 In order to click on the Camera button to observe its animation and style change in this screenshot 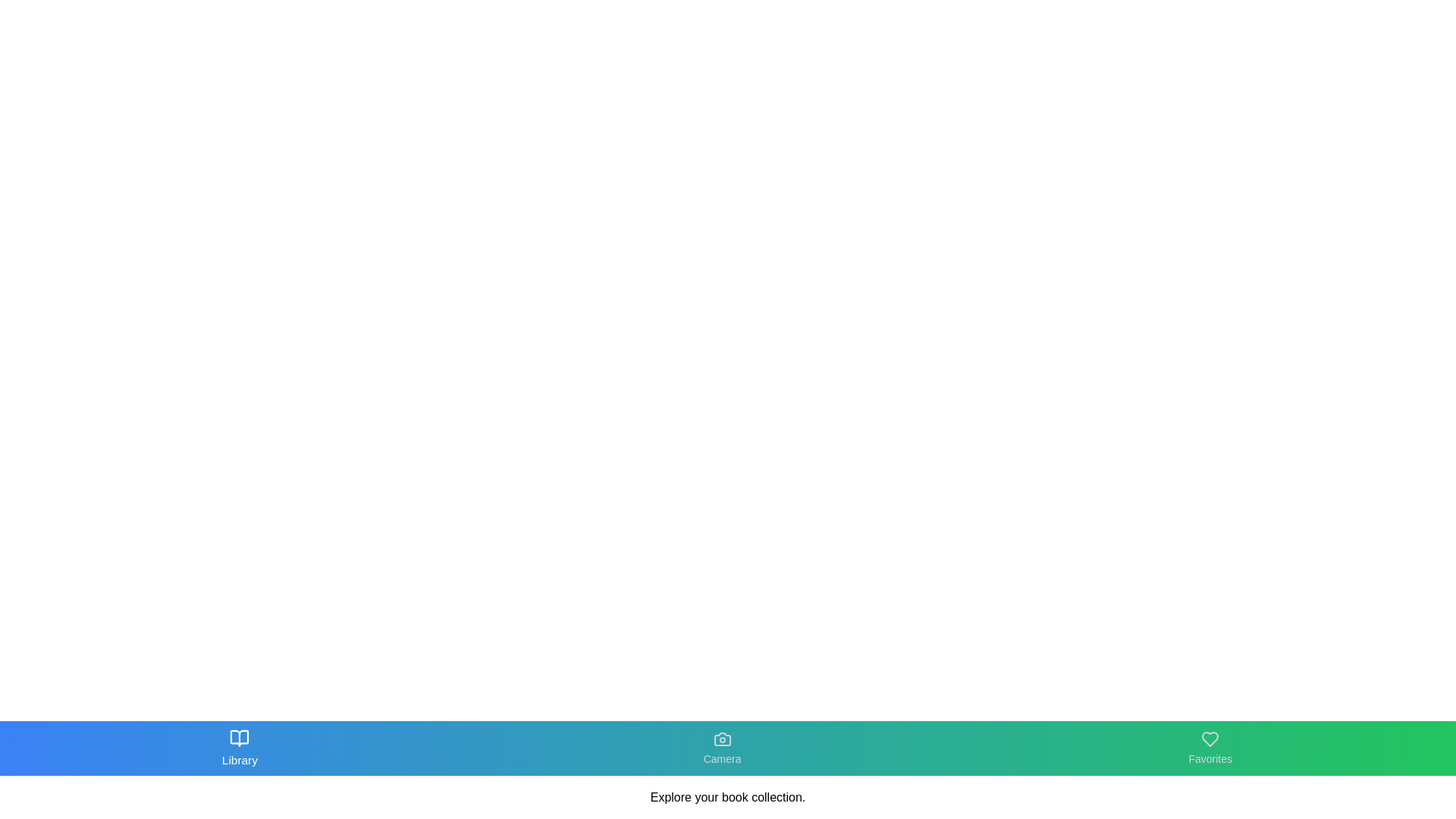, I will do `click(722, 748)`.